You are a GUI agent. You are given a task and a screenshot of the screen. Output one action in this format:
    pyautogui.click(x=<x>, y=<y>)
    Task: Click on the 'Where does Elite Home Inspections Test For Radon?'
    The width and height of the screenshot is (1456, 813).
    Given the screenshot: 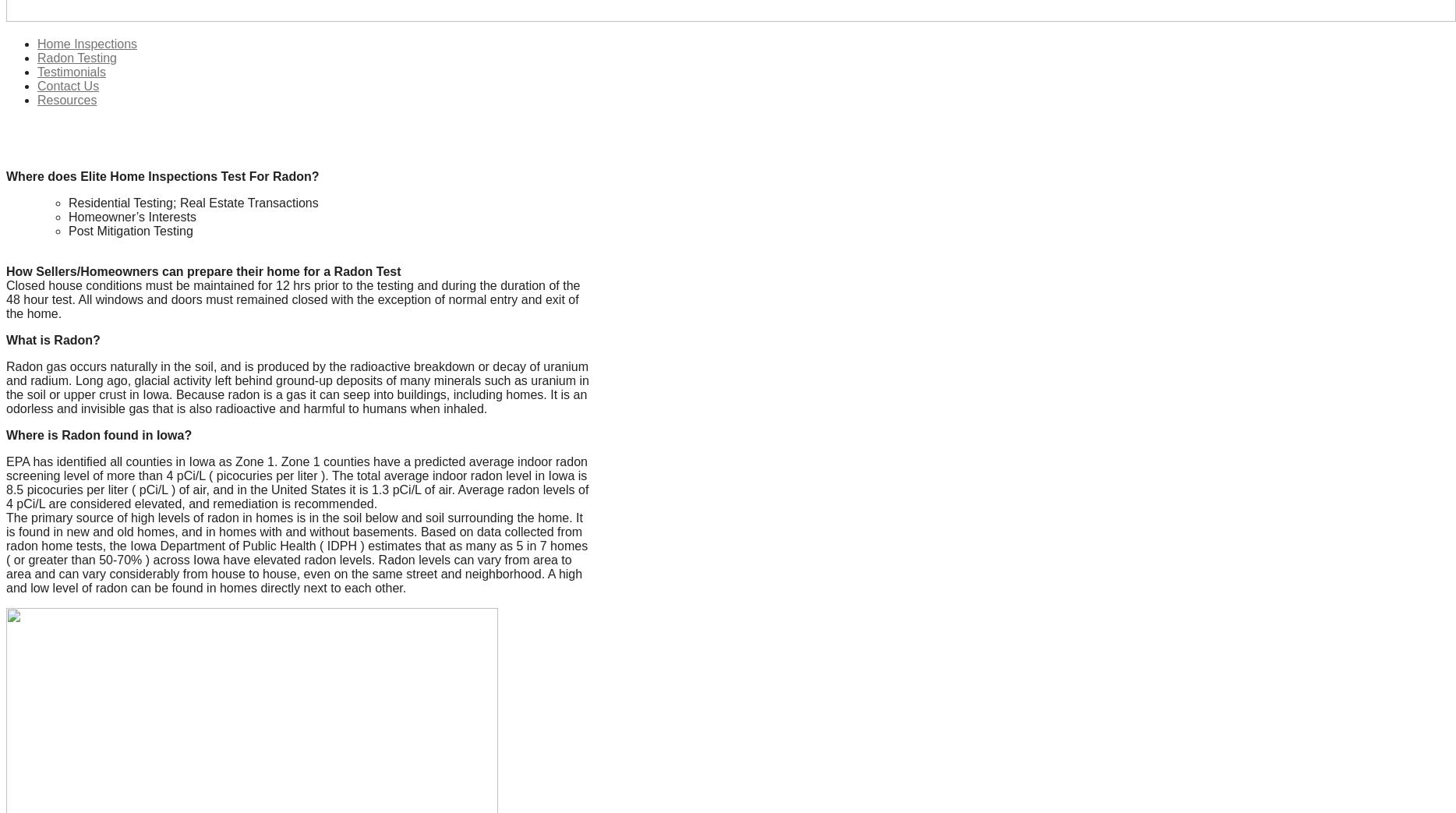 What is the action you would take?
    pyautogui.click(x=6, y=175)
    